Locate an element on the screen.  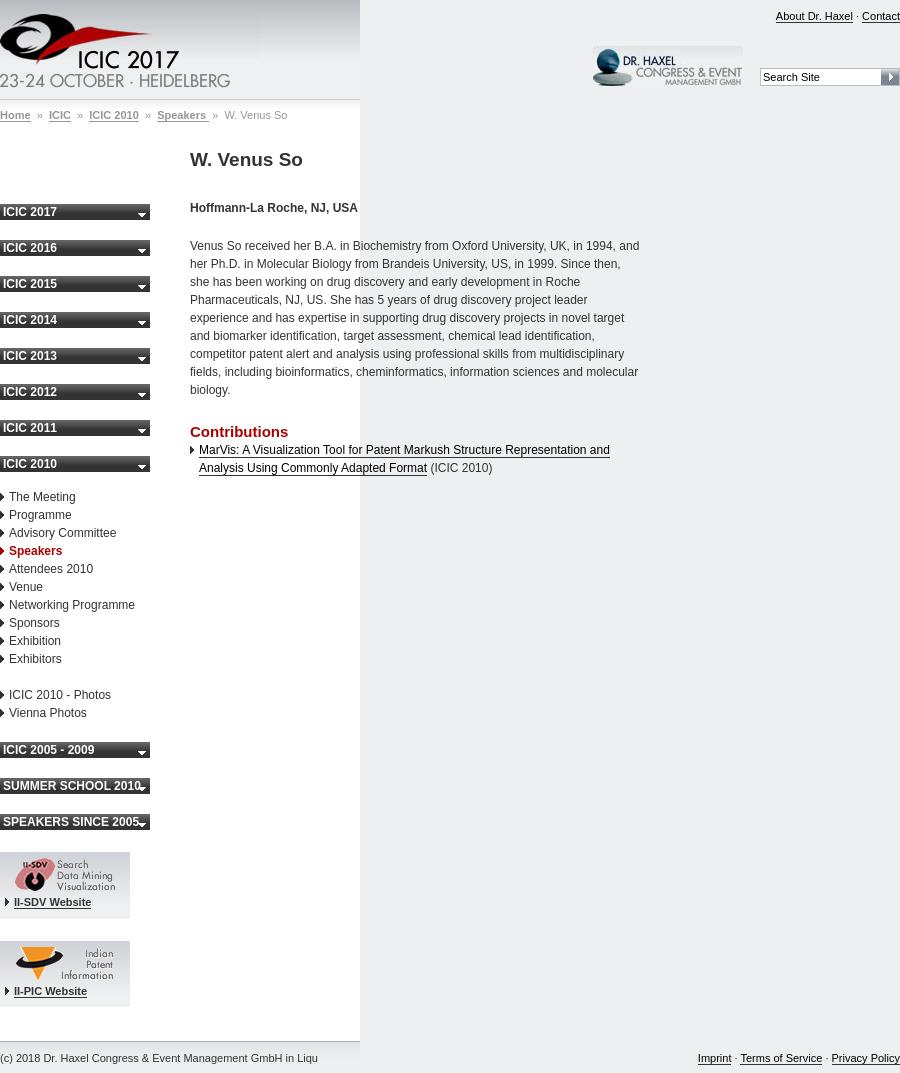
'Contact' is located at coordinates (881, 14).